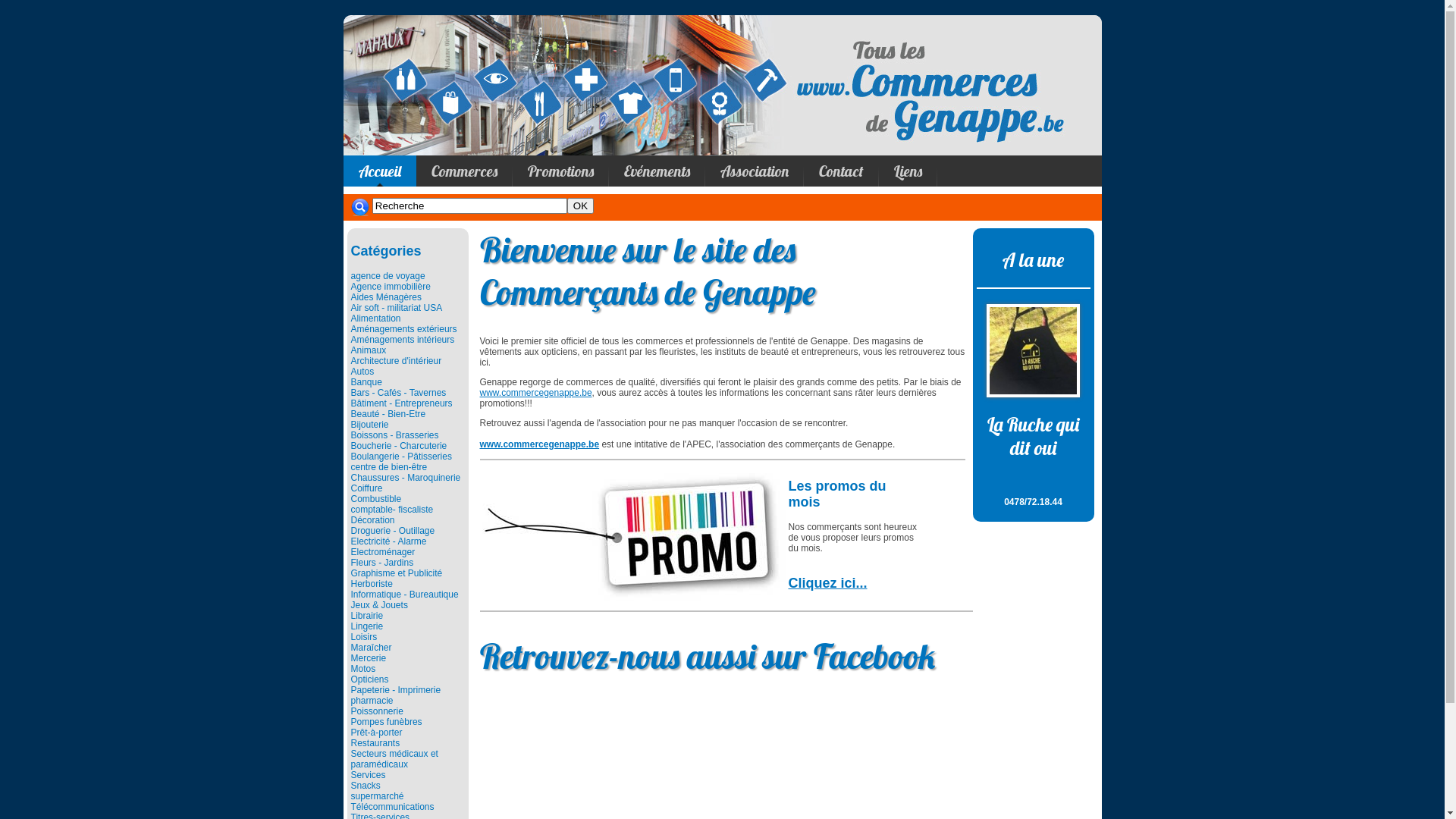 This screenshot has height=819, width=1456. I want to click on 'Loisirs', so click(362, 637).